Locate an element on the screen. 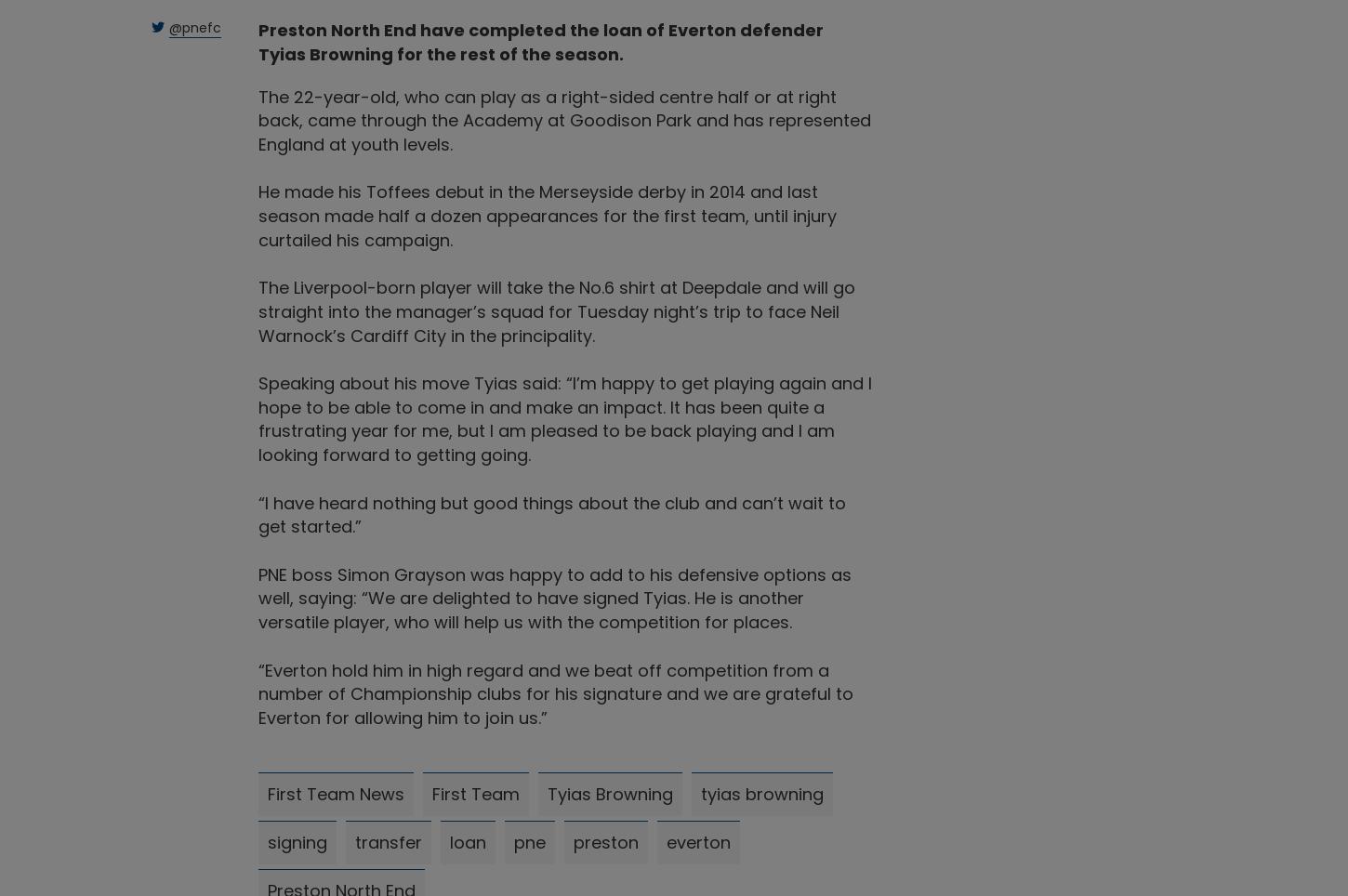 Image resolution: width=1348 pixels, height=896 pixels. 'signing' is located at coordinates (297, 841).